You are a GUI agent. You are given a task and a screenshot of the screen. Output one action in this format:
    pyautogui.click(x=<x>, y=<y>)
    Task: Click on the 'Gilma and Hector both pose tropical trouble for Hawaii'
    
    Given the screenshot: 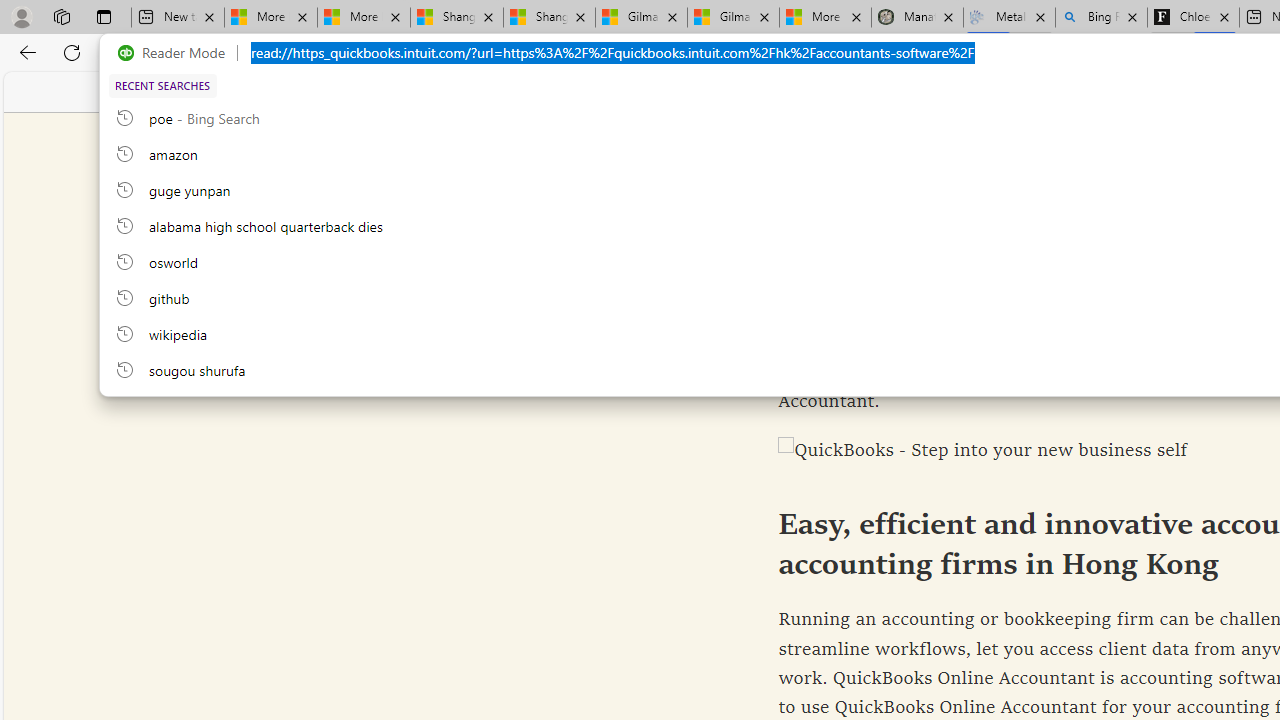 What is the action you would take?
    pyautogui.click(x=732, y=17)
    